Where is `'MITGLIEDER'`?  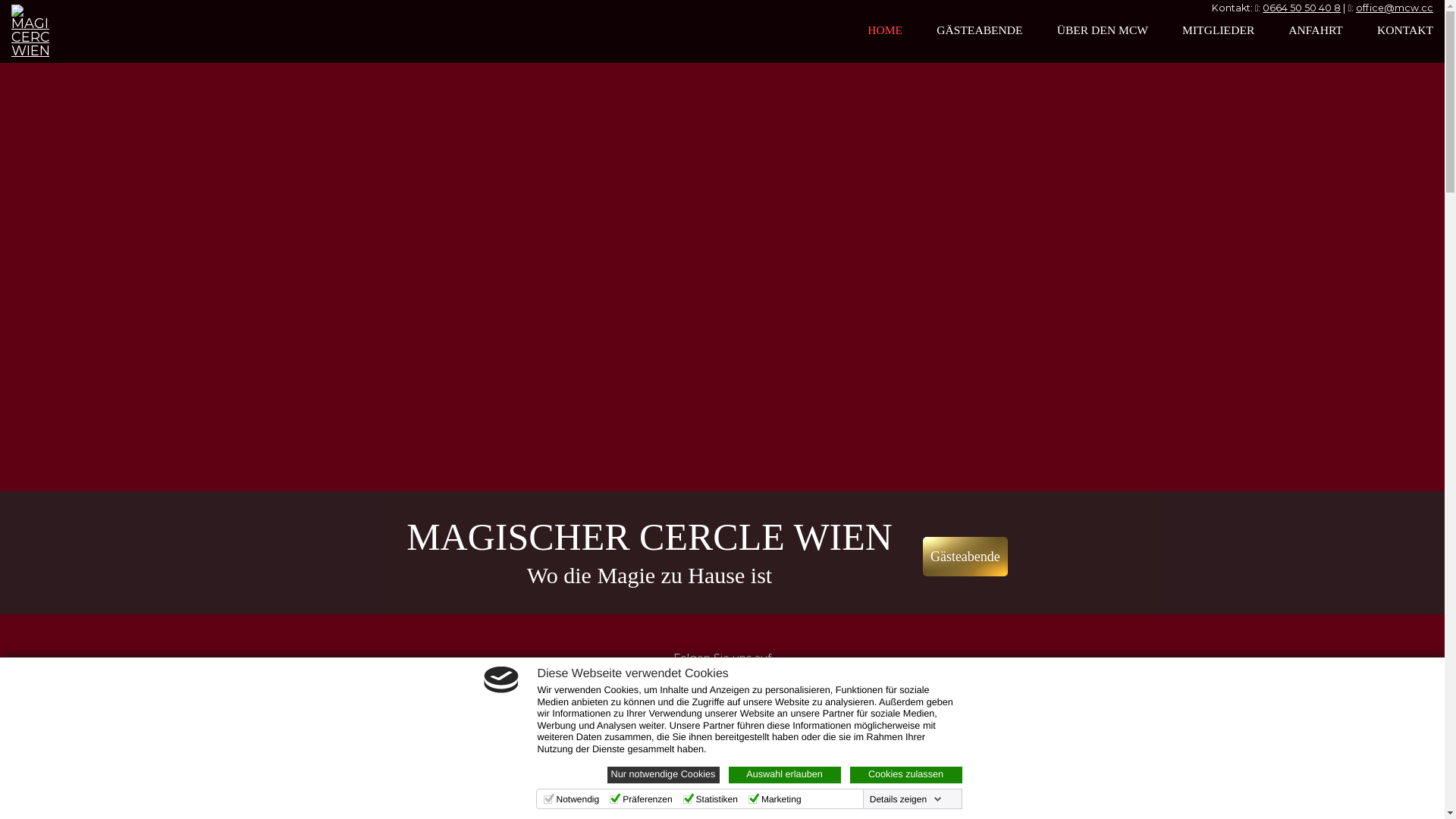 'MITGLIEDER' is located at coordinates (1181, 30).